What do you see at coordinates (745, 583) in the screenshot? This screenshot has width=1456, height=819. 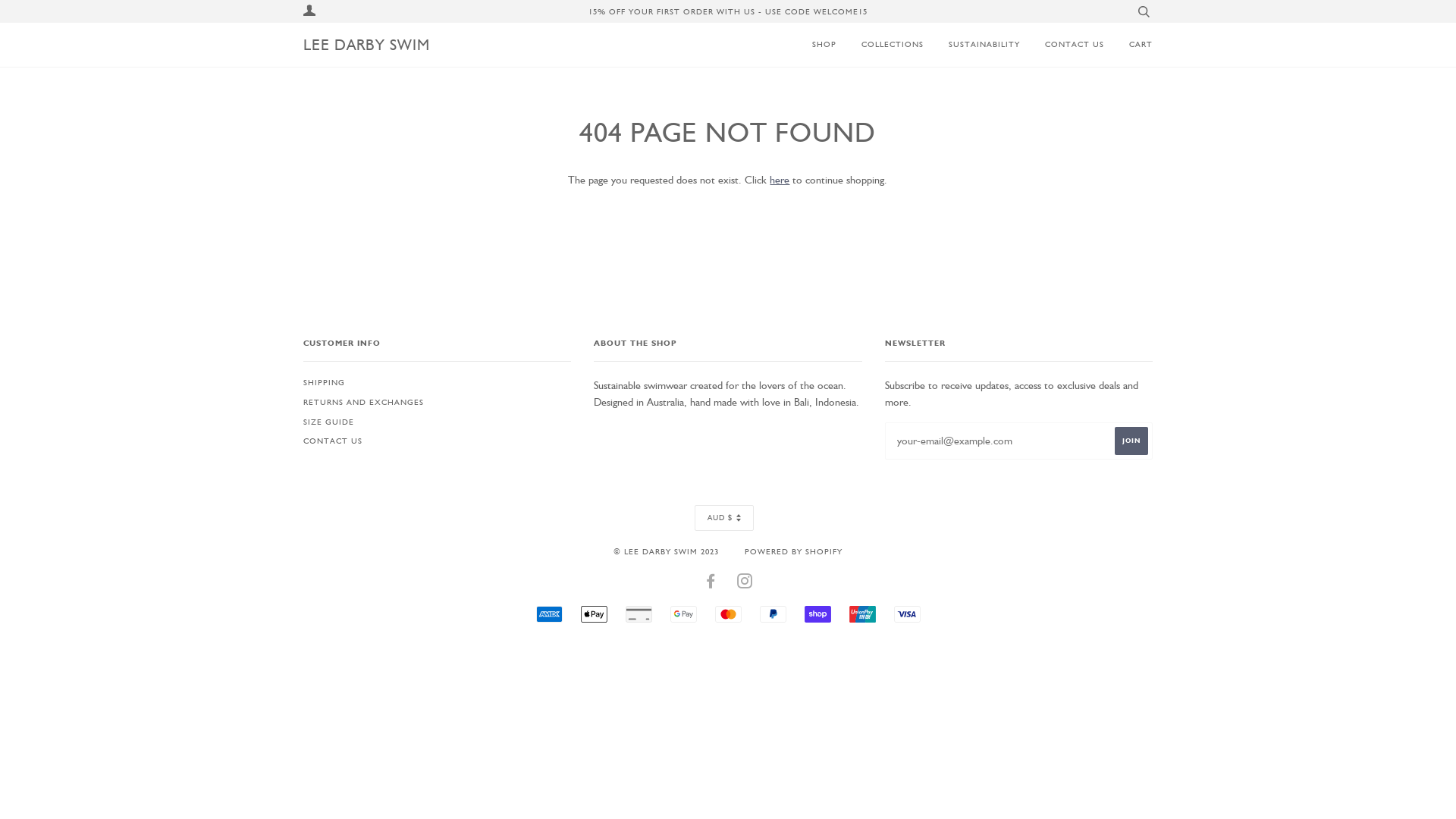 I see `'INSTAGRAM'` at bounding box center [745, 583].